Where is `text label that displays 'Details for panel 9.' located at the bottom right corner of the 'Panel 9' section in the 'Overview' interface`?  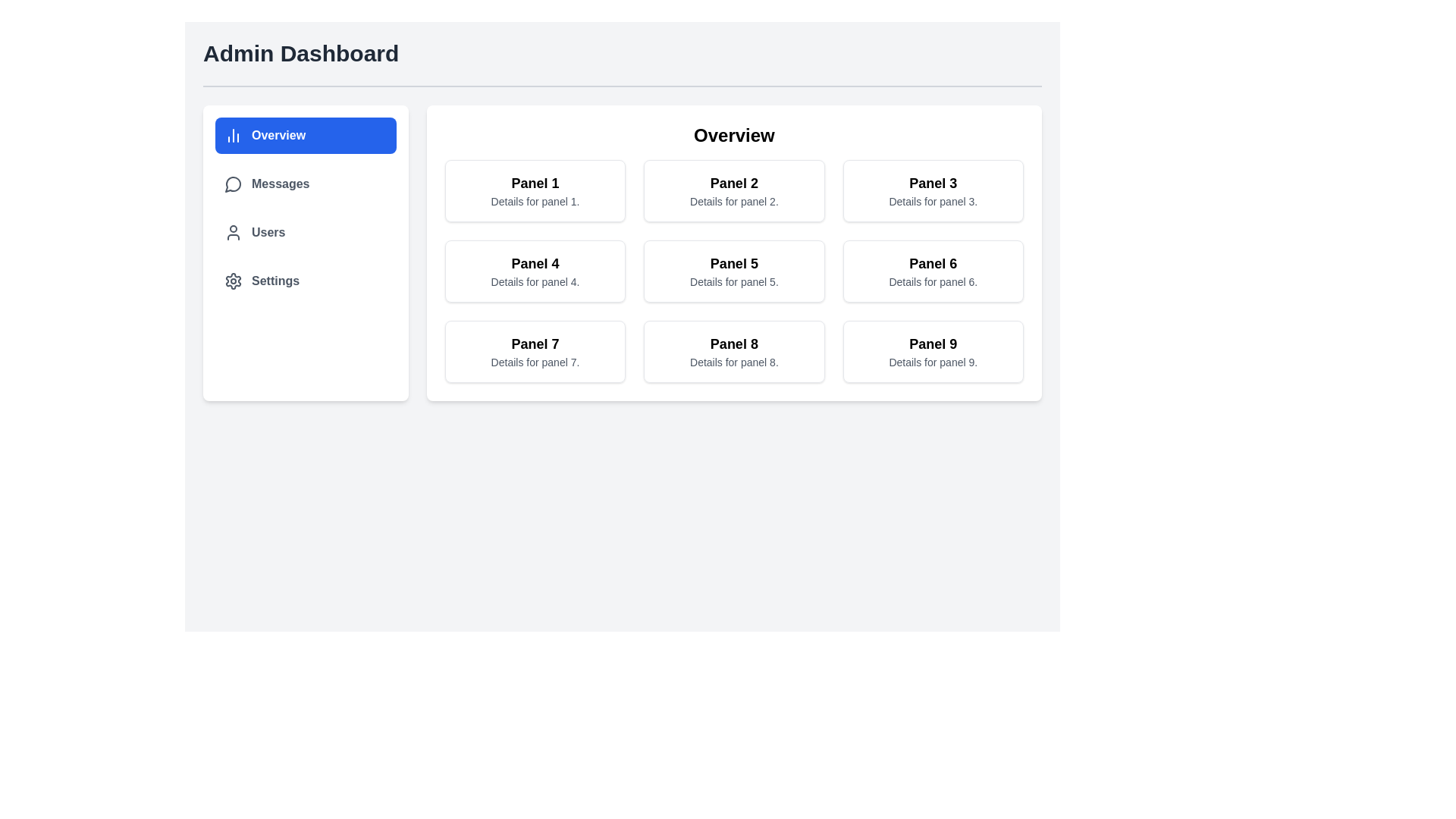 text label that displays 'Details for panel 9.' located at the bottom right corner of the 'Panel 9' section in the 'Overview' interface is located at coordinates (932, 362).